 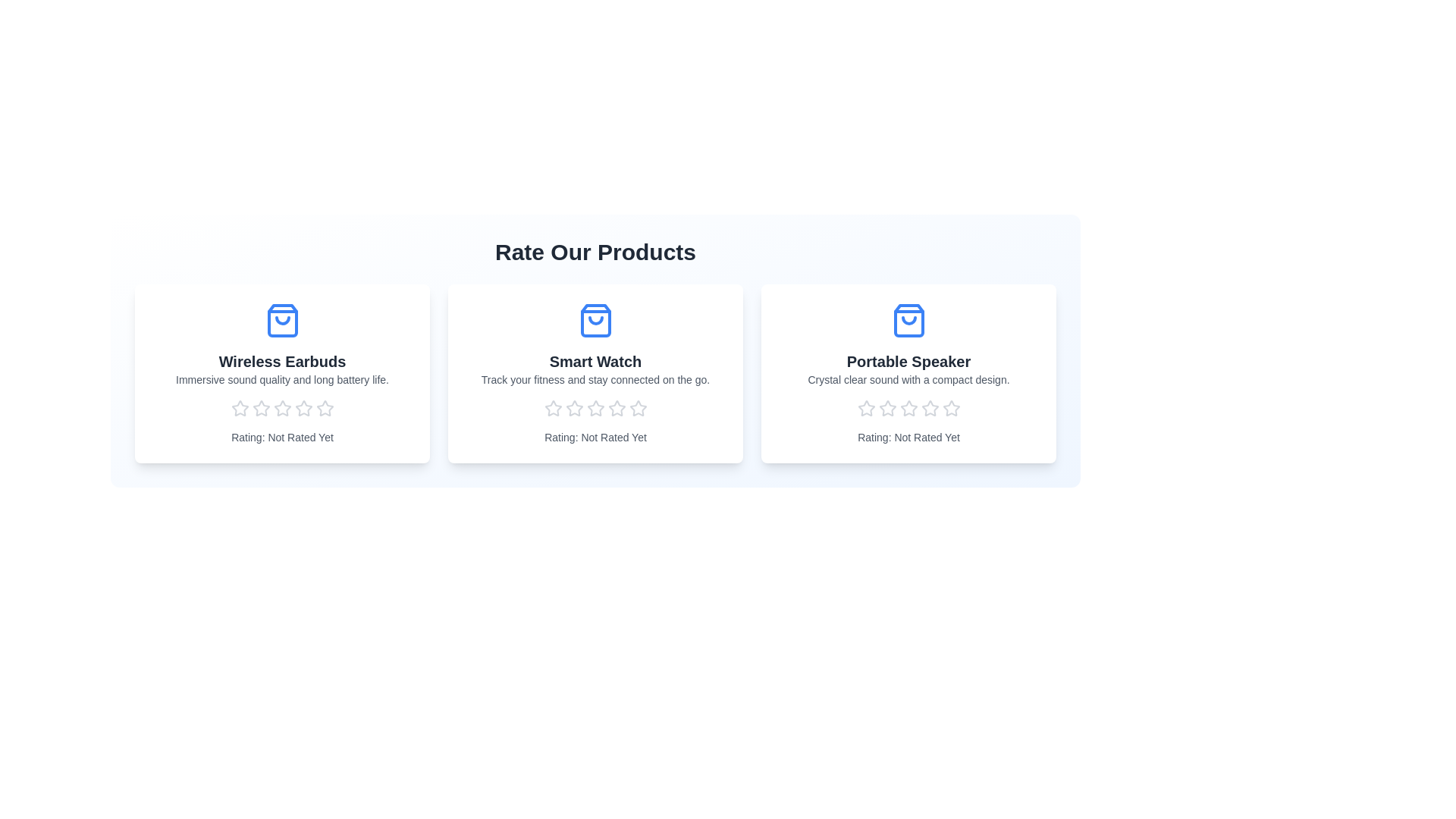 What do you see at coordinates (908, 379) in the screenshot?
I see `the description of the product Portable Speaker` at bounding box center [908, 379].